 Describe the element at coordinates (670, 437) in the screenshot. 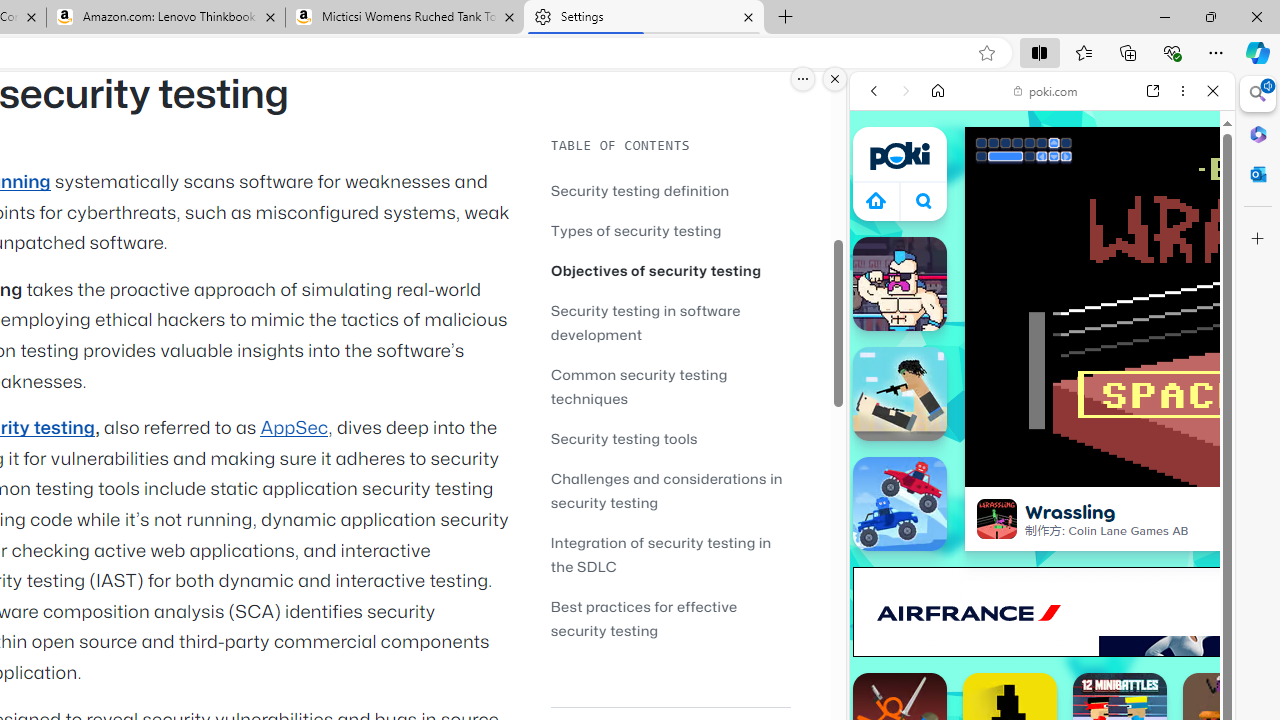

I see `'Security testing tools'` at that location.